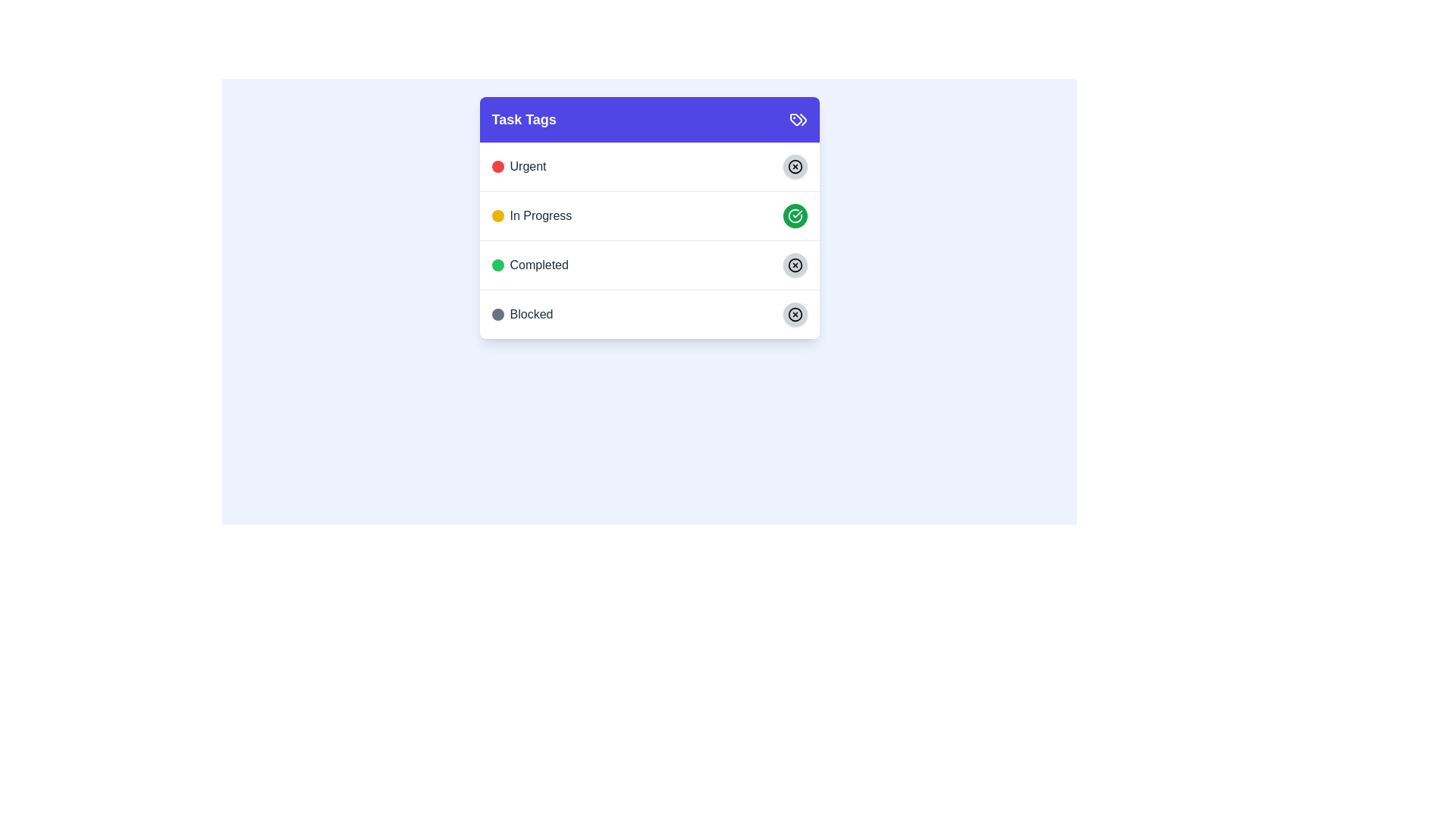  I want to click on the innermost part of the 'X' icon in the 'Urgent' row's right-side icon group, which is a graphical circle indicating a clear or remove function, so click(794, 166).